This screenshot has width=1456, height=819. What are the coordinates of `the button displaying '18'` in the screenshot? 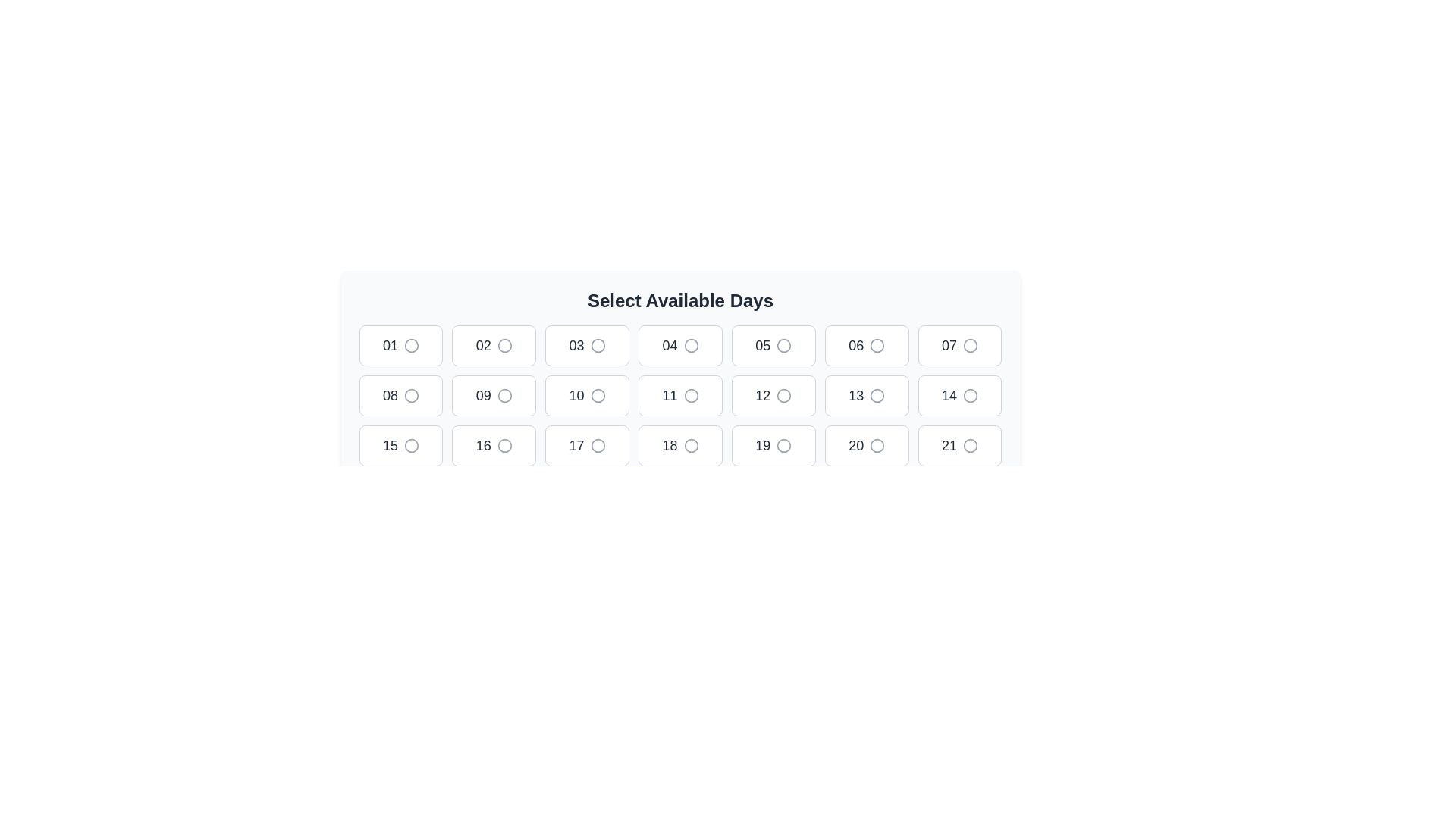 It's located at (679, 444).